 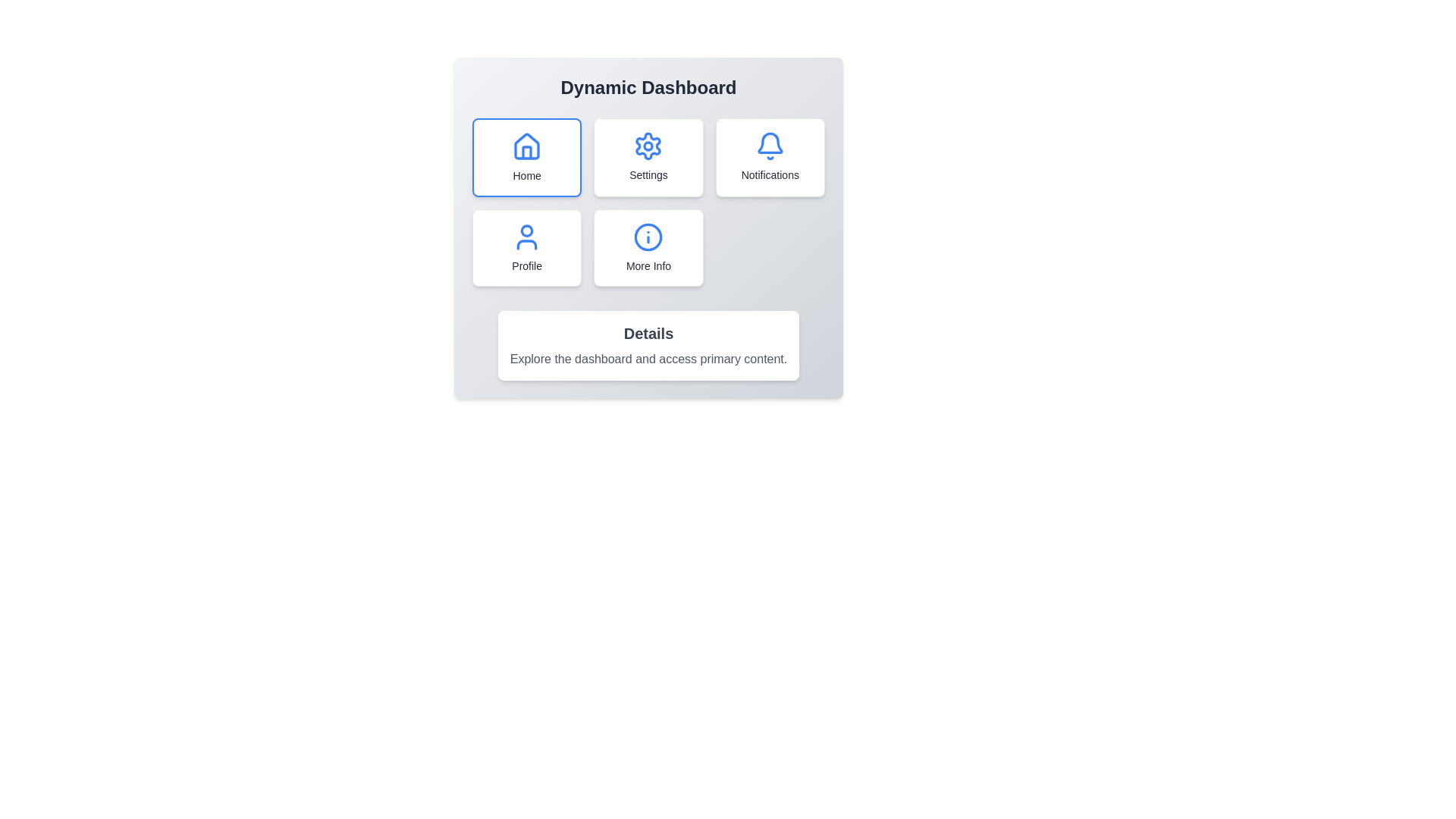 I want to click on the 'Settings' button located in the second card of the top row on the dashboard, so click(x=648, y=158).